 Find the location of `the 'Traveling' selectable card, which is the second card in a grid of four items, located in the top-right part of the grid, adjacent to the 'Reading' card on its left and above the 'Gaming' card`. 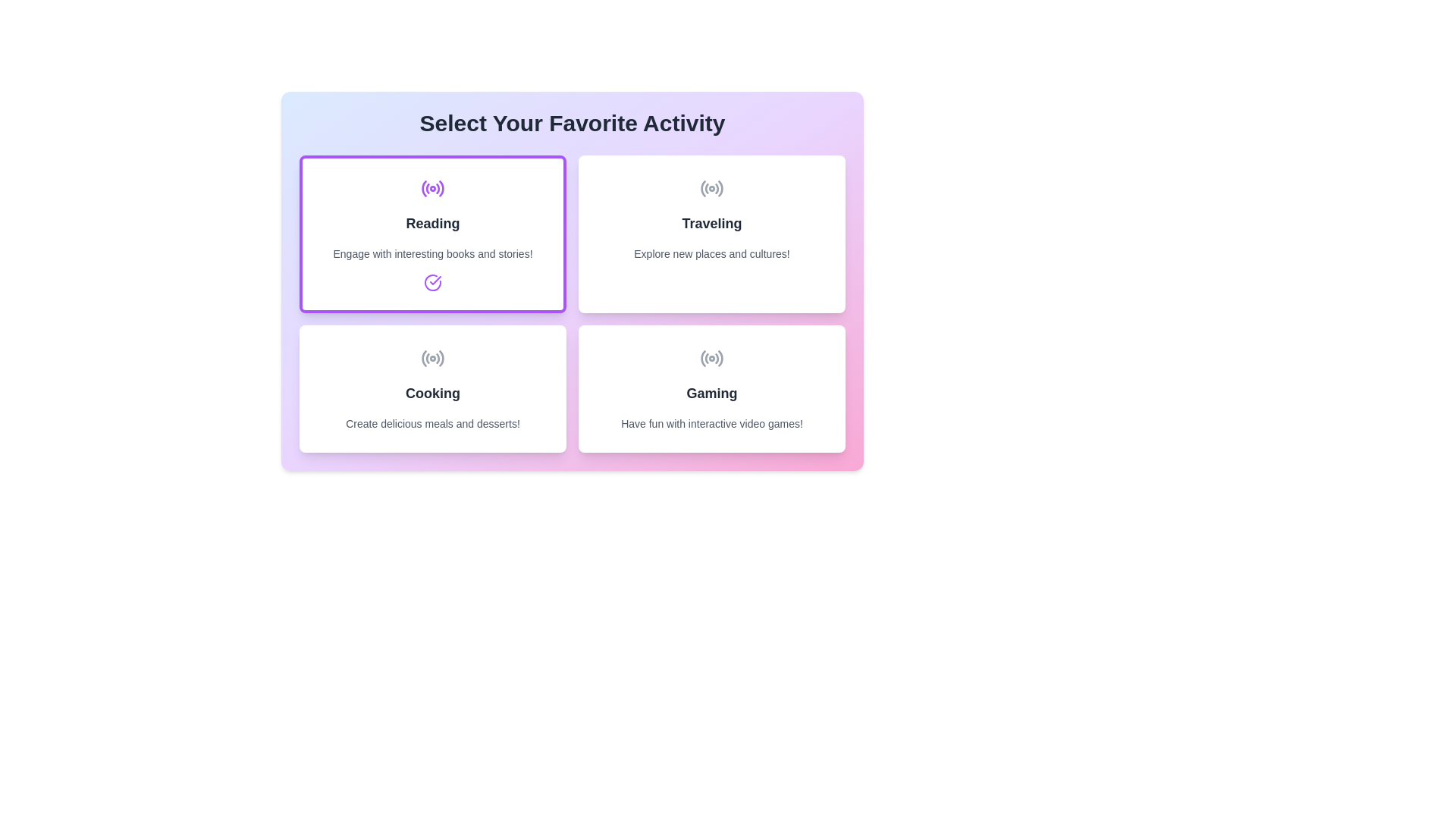

the 'Traveling' selectable card, which is the second card in a grid of four items, located in the top-right part of the grid, adjacent to the 'Reading' card on its left and above the 'Gaming' card is located at coordinates (711, 234).